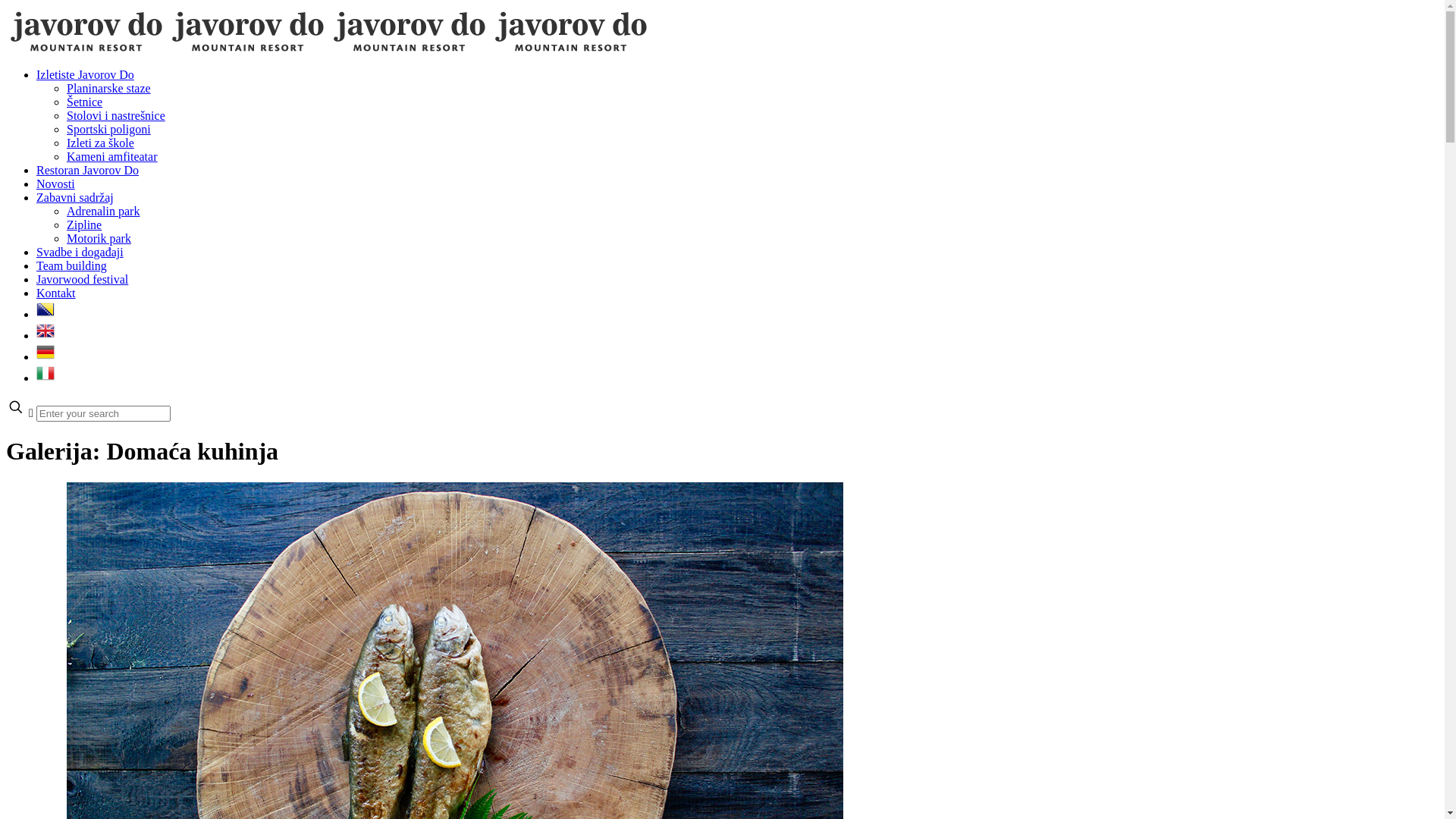 The image size is (1456, 819). What do you see at coordinates (84, 74) in the screenshot?
I see `'Izletiste Javorov Do'` at bounding box center [84, 74].